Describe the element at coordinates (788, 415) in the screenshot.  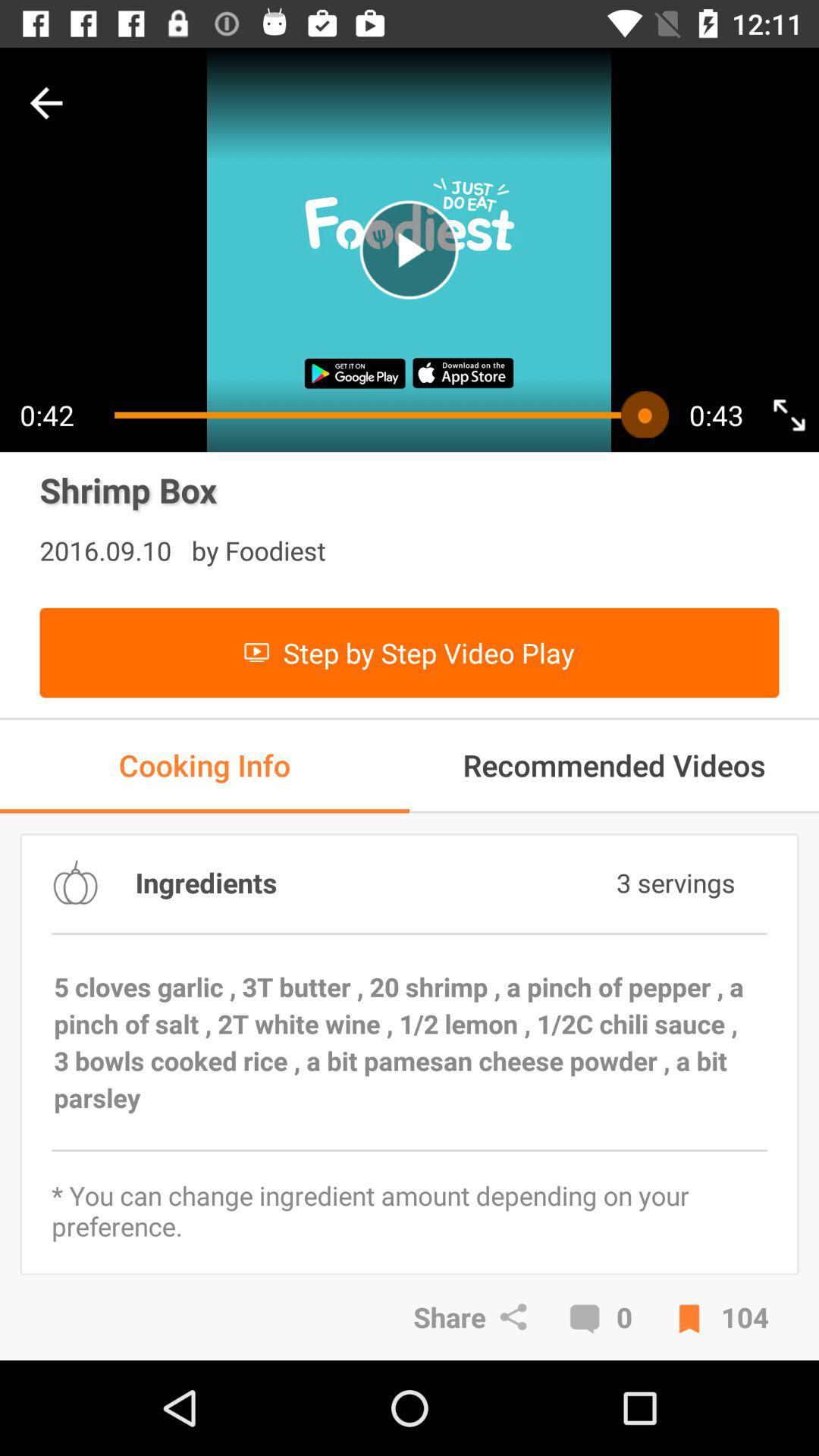
I see `zoom button` at that location.